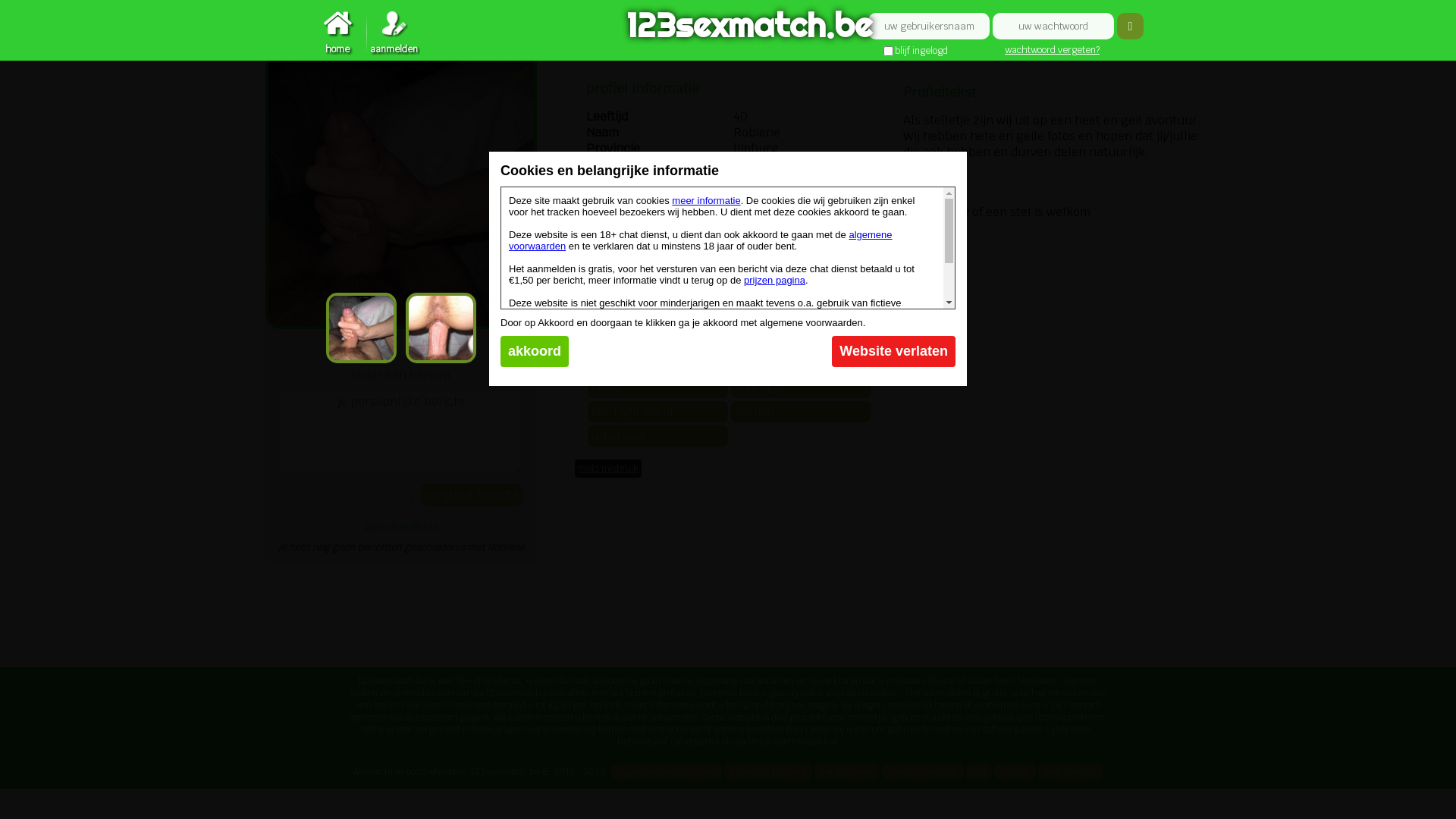 This screenshot has height=819, width=1456. I want to click on 'akkoord', so click(535, 351).